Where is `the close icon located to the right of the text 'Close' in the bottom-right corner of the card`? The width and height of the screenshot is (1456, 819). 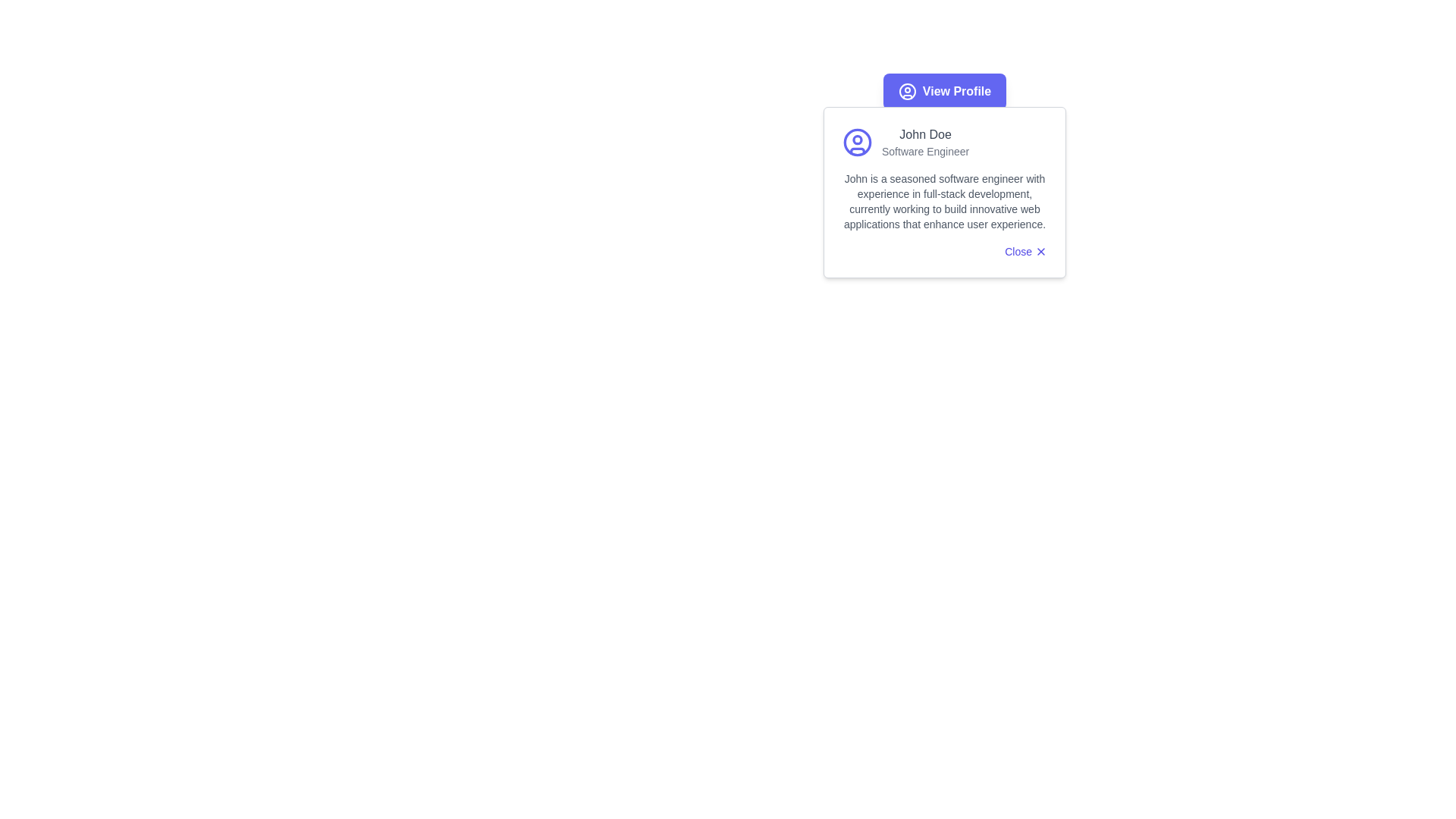 the close icon located to the right of the text 'Close' in the bottom-right corner of the card is located at coordinates (1040, 250).